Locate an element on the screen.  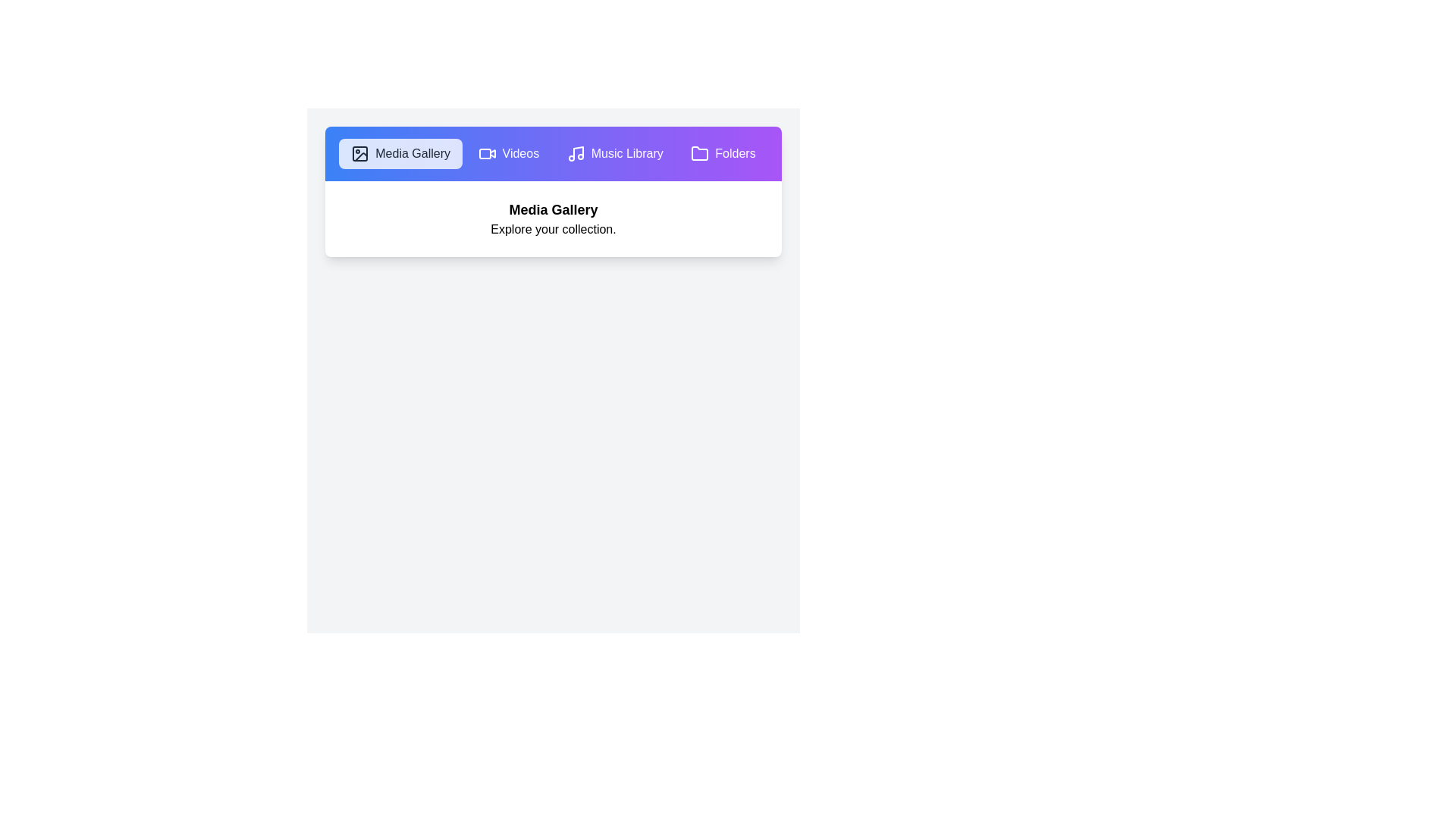
the 'Media Gallery' button, which is a text label displaying 'Media Gallery' within a light blue button-like structure located on the top left of a horizontal menu bar is located at coordinates (413, 154).